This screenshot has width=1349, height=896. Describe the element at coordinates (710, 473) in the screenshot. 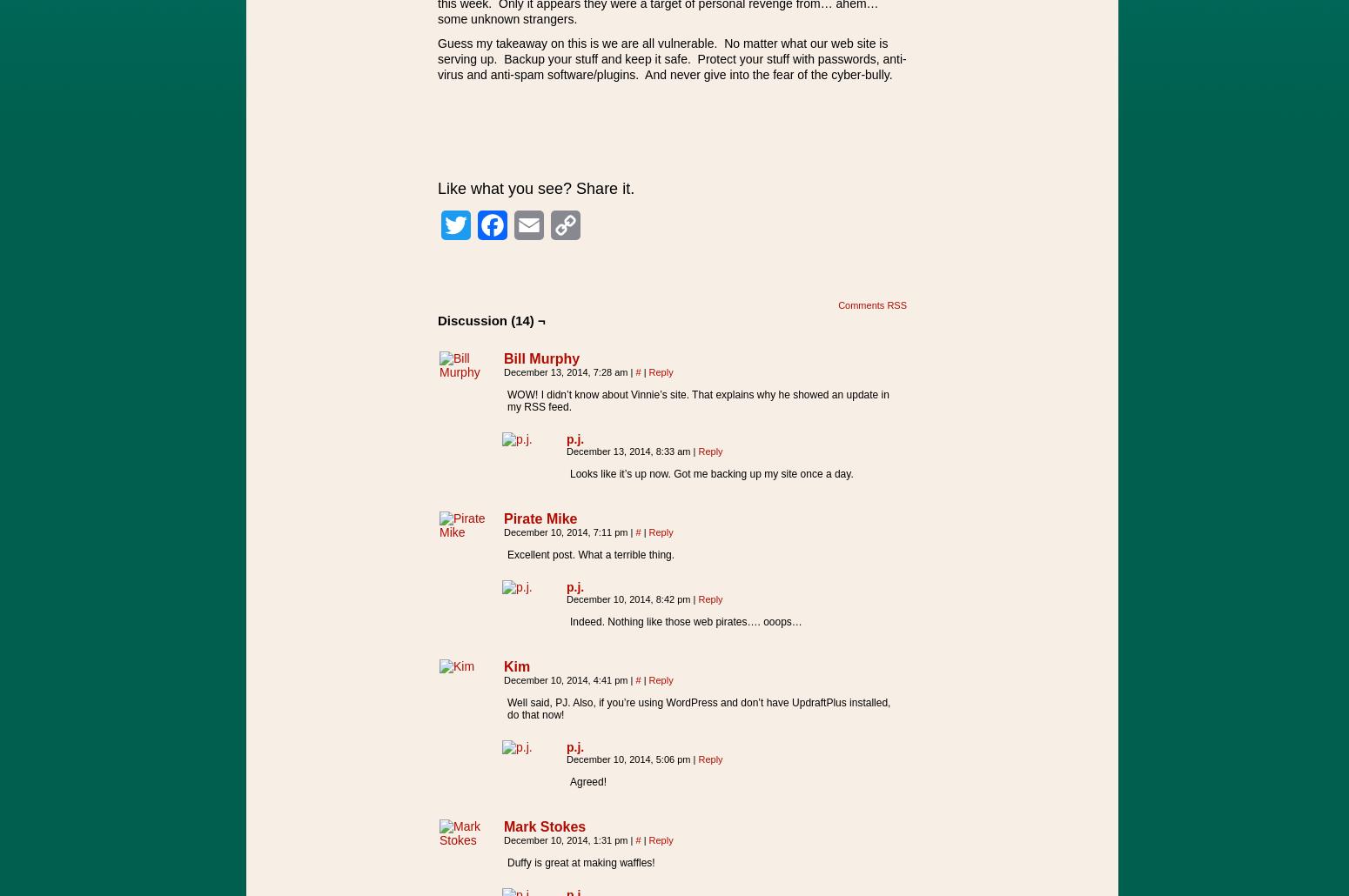

I see `'Looks like it’s up now.  Got me backing up my site once a day.'` at that location.